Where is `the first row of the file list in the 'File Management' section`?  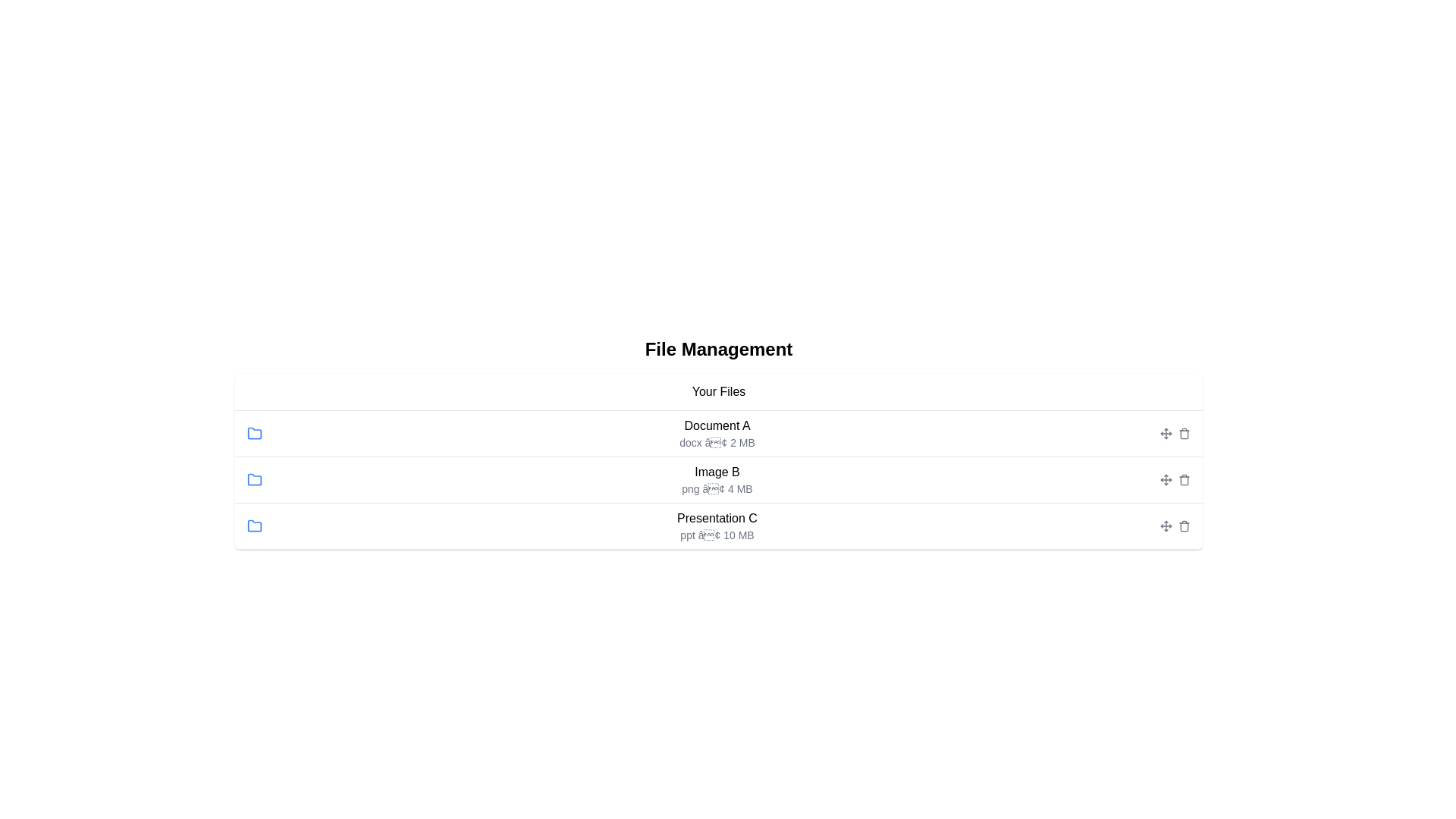
the first row of the file list in the 'File Management' section is located at coordinates (716, 433).